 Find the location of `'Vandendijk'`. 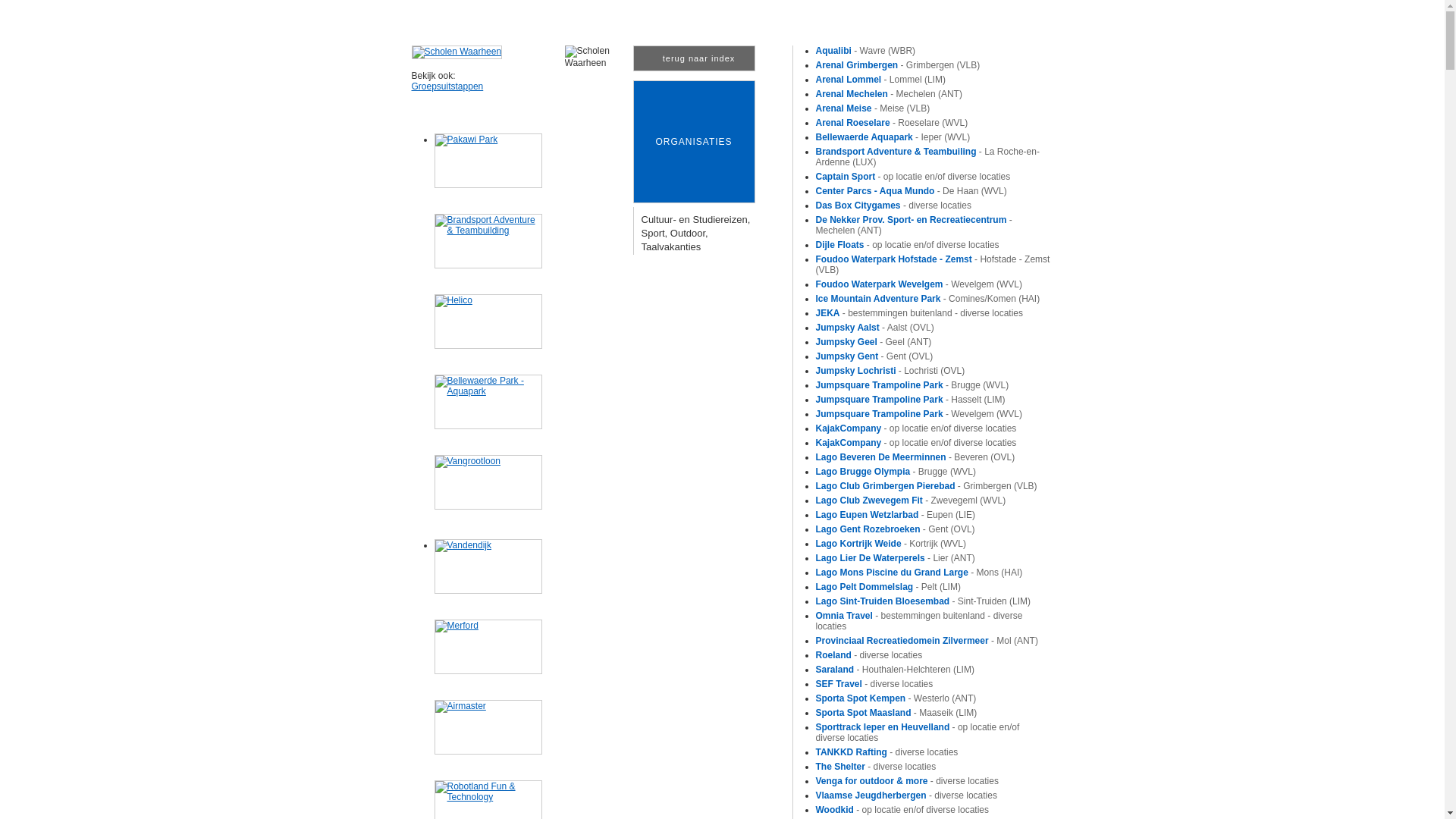

'Vandendijk' is located at coordinates (488, 566).